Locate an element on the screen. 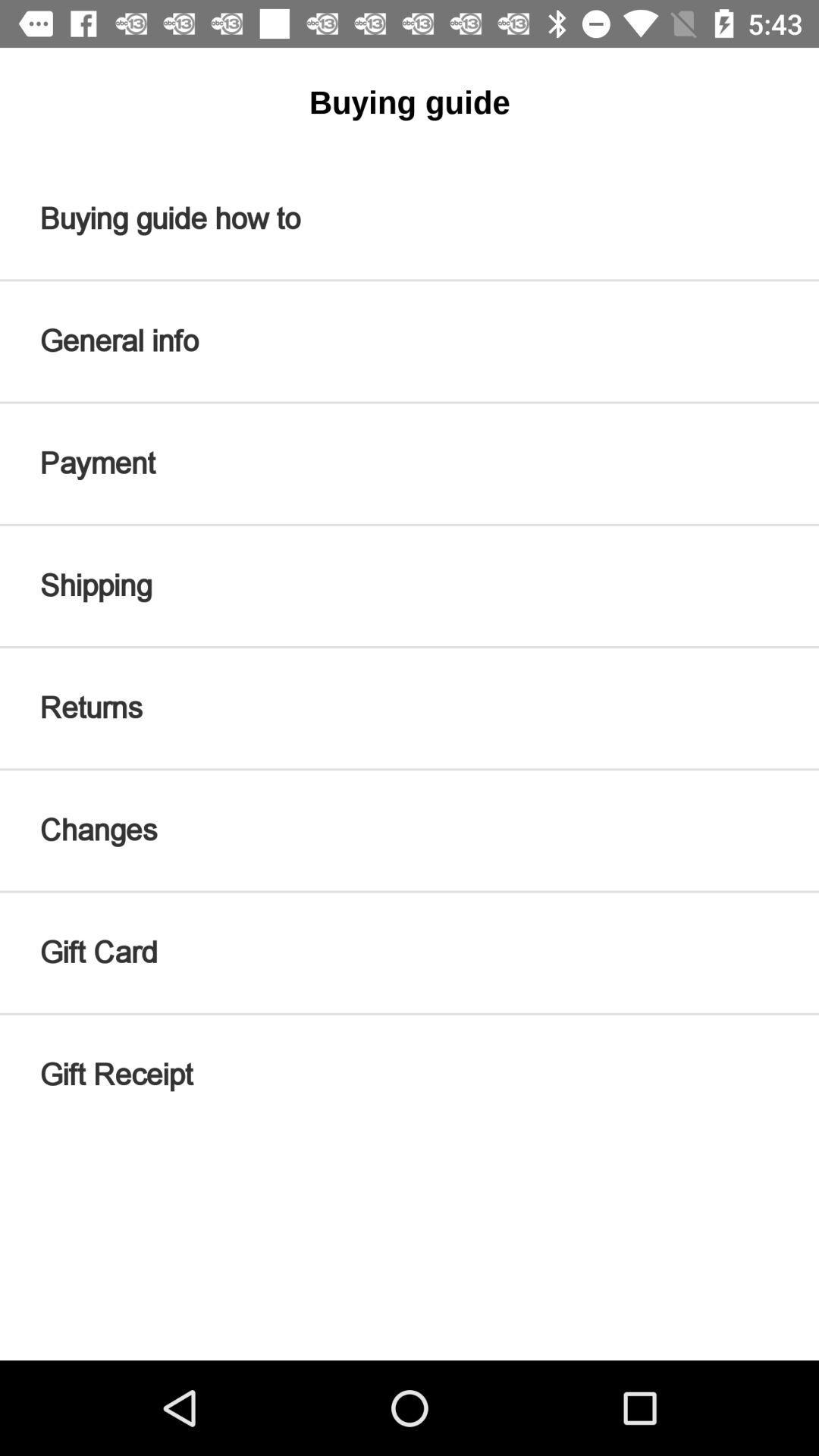  the payment icon is located at coordinates (409, 463).